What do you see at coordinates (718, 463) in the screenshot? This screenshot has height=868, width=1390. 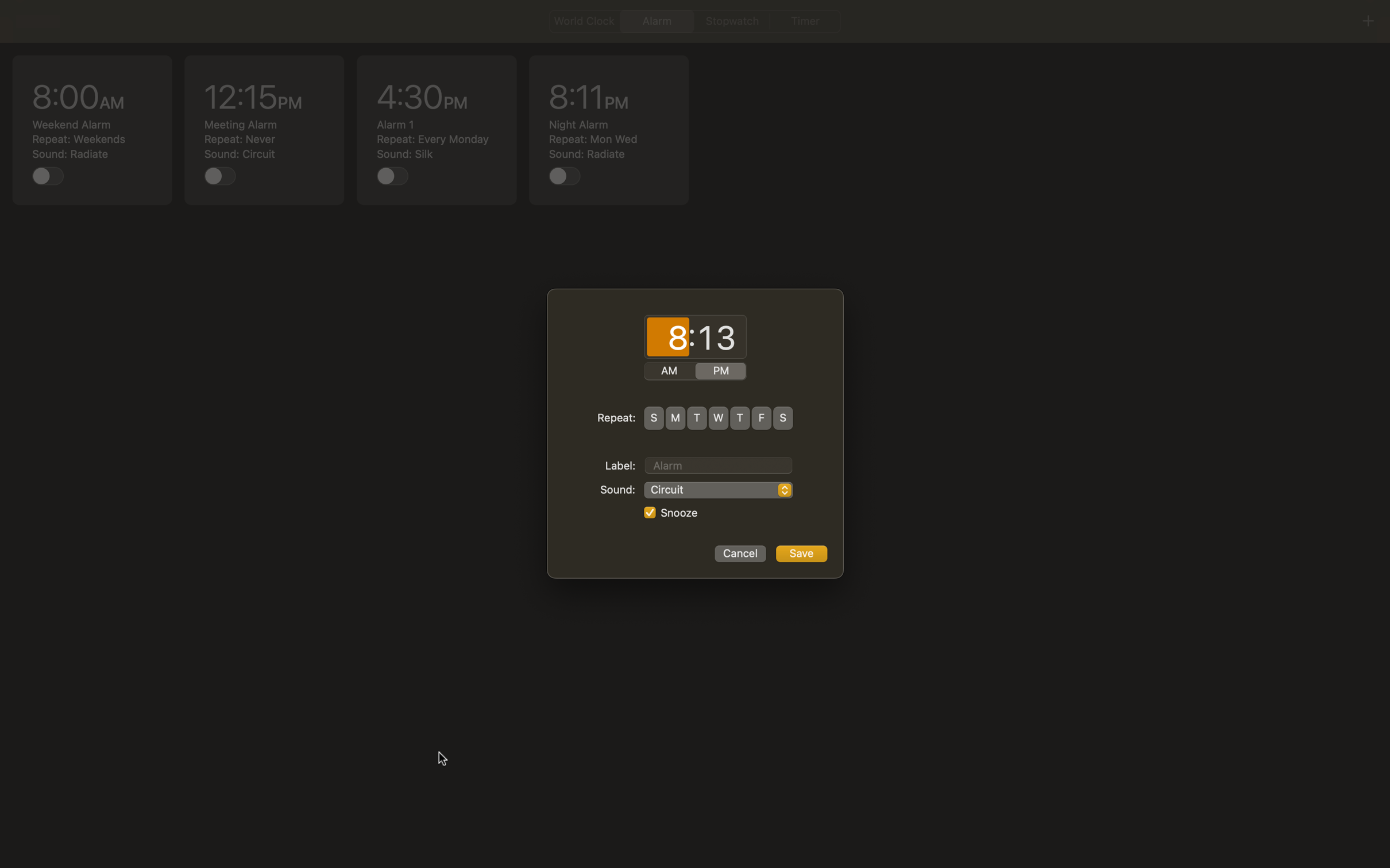 I see `the alarm title to "Morning Jog` at bounding box center [718, 463].